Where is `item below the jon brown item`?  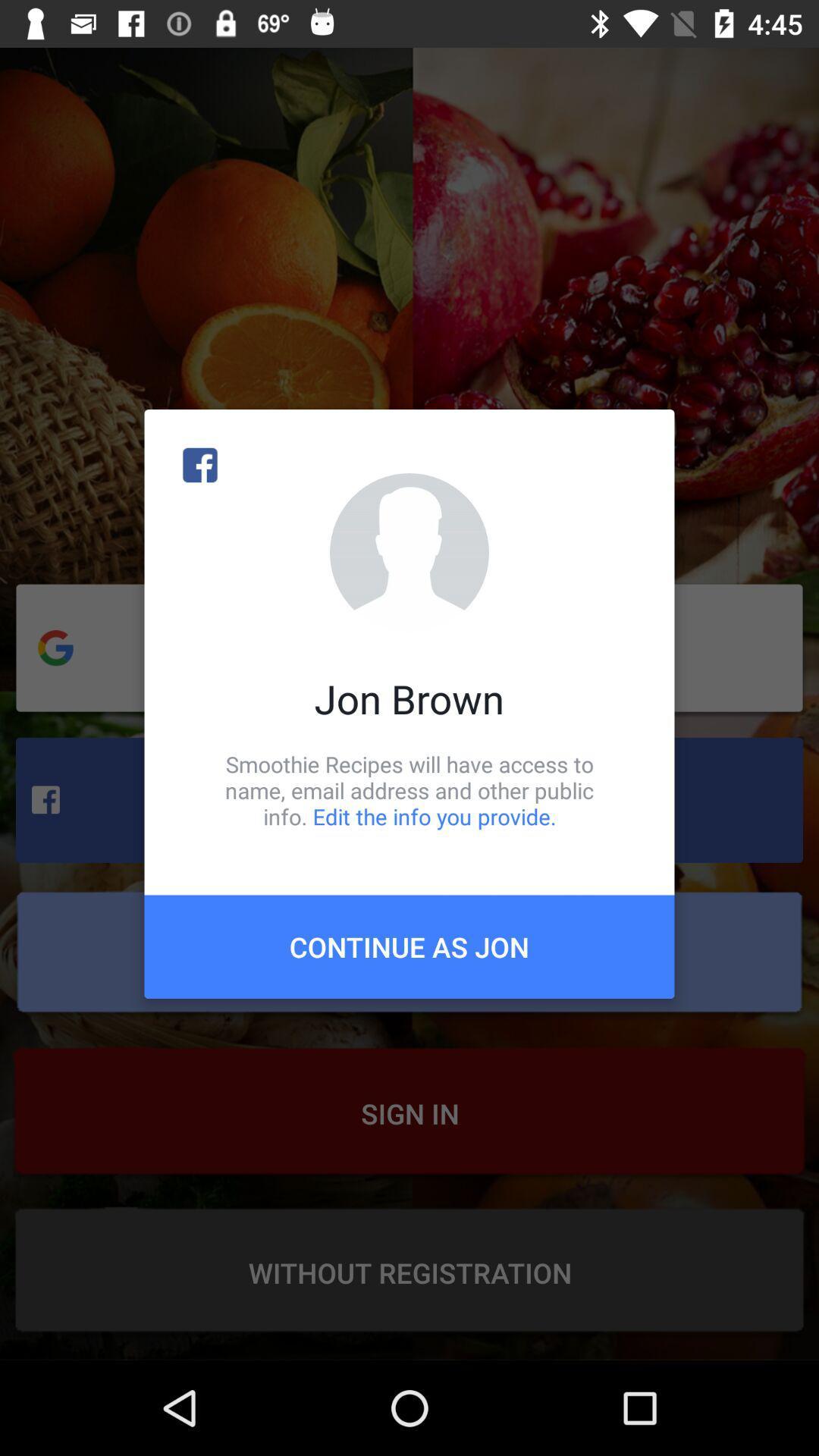 item below the jon brown item is located at coordinates (409, 789).